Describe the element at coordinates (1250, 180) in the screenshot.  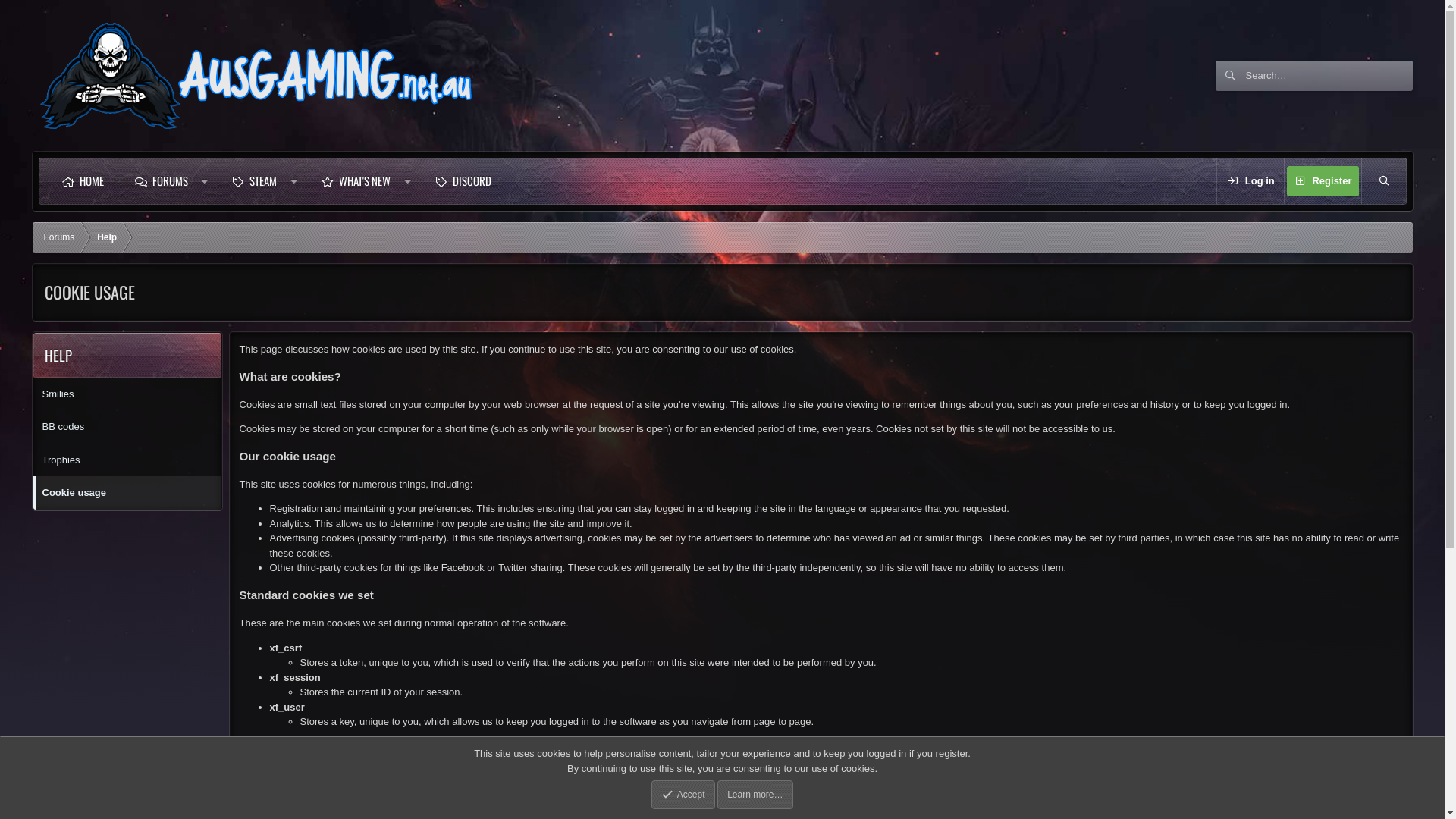
I see `'Log in'` at that location.